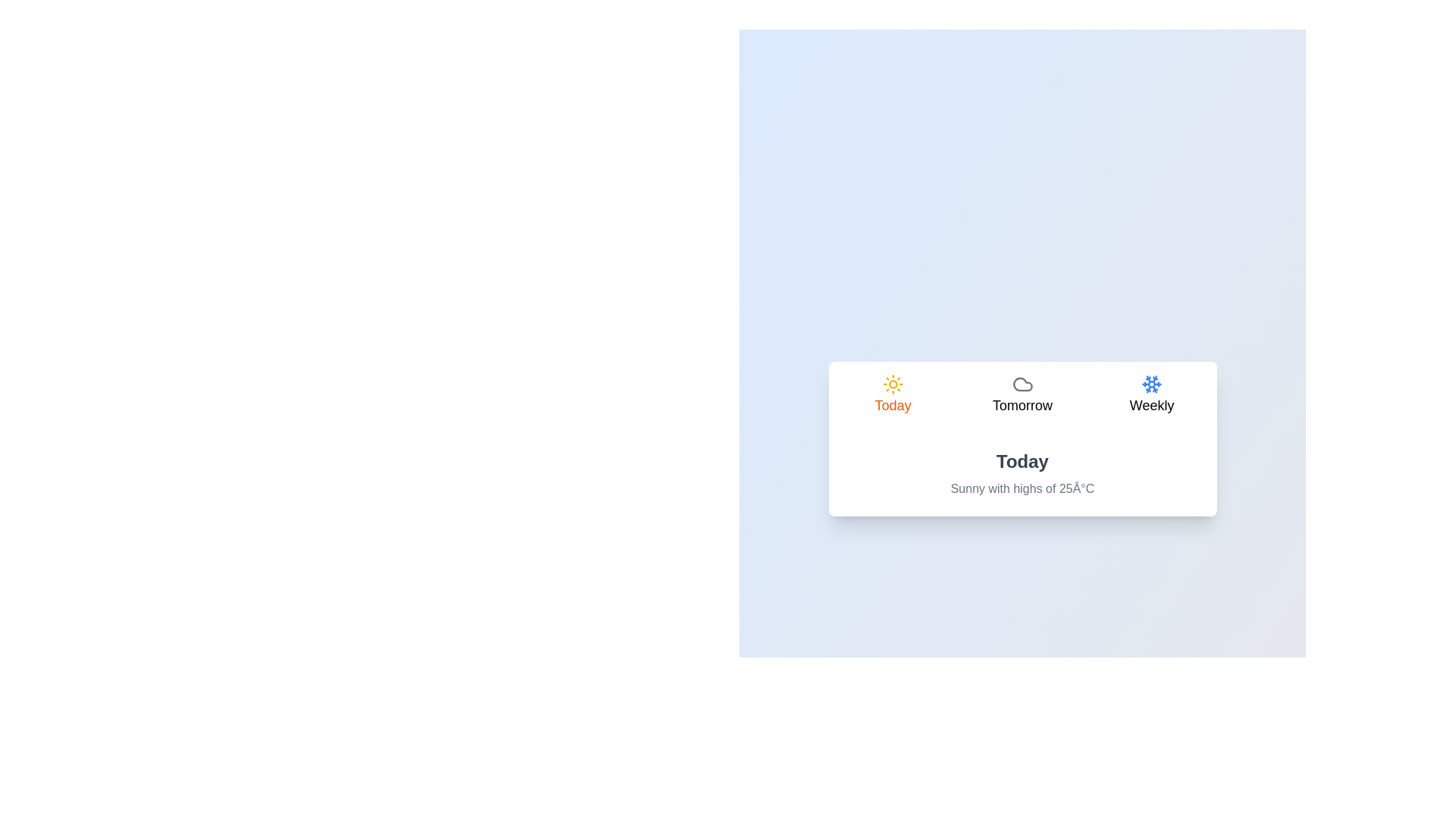 The image size is (1456, 819). What do you see at coordinates (1022, 396) in the screenshot?
I see `the Tomorrow tab to view its weather forecast` at bounding box center [1022, 396].